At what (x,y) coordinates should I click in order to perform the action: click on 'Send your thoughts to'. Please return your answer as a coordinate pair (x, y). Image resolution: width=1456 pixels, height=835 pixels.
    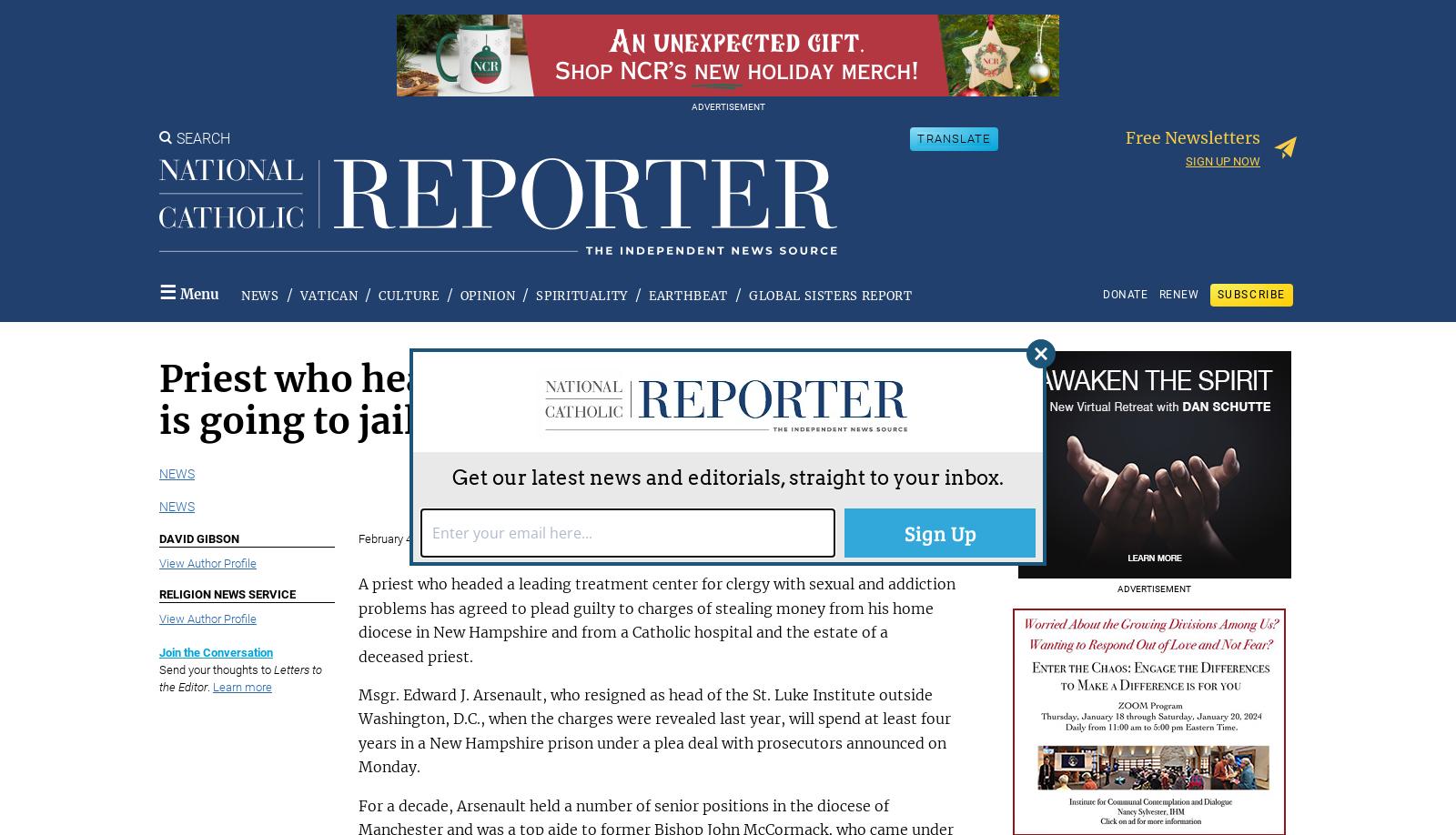
    Looking at the image, I should click on (216, 668).